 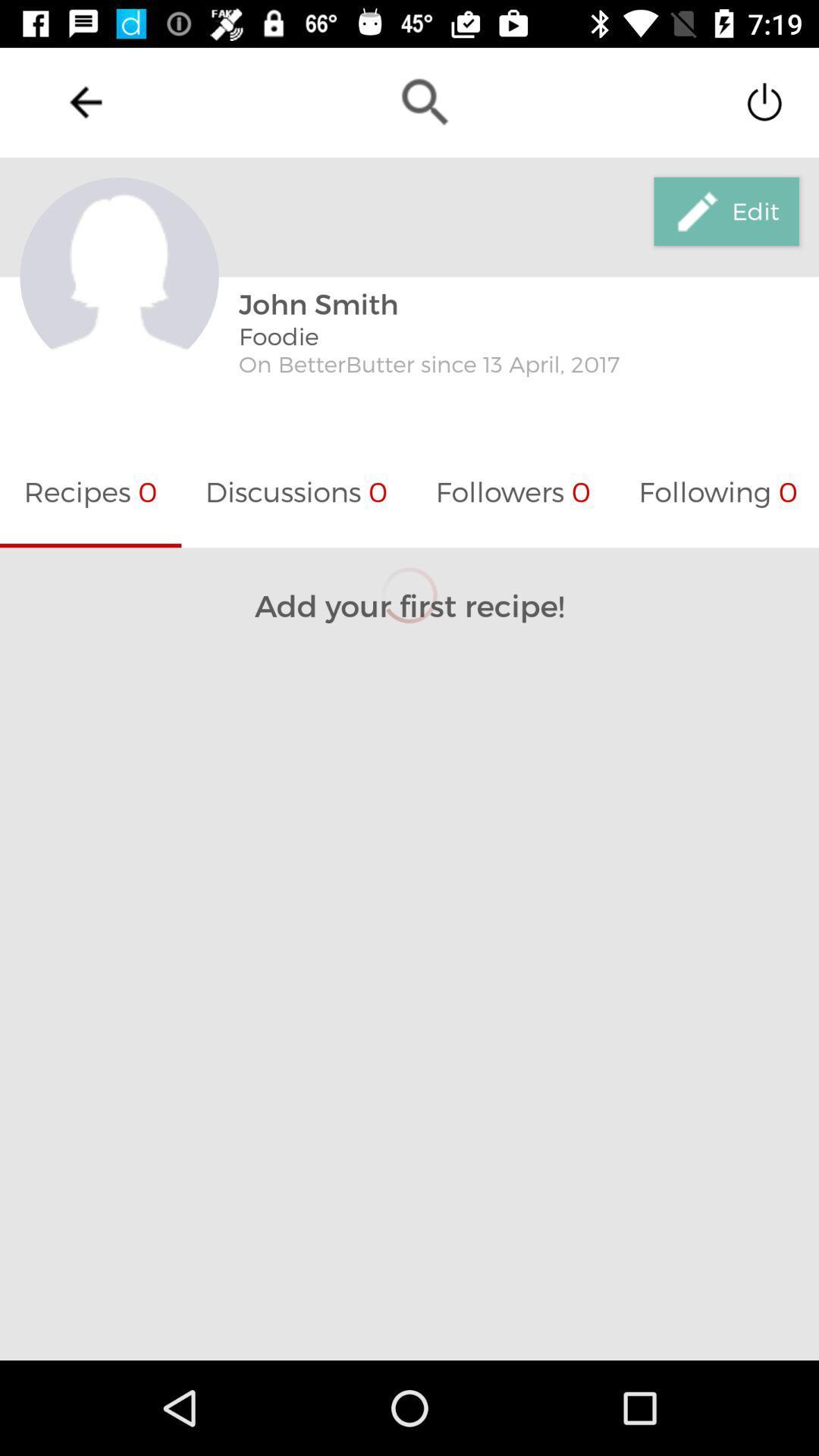 What do you see at coordinates (726, 210) in the screenshot?
I see `icon above following 0 item` at bounding box center [726, 210].